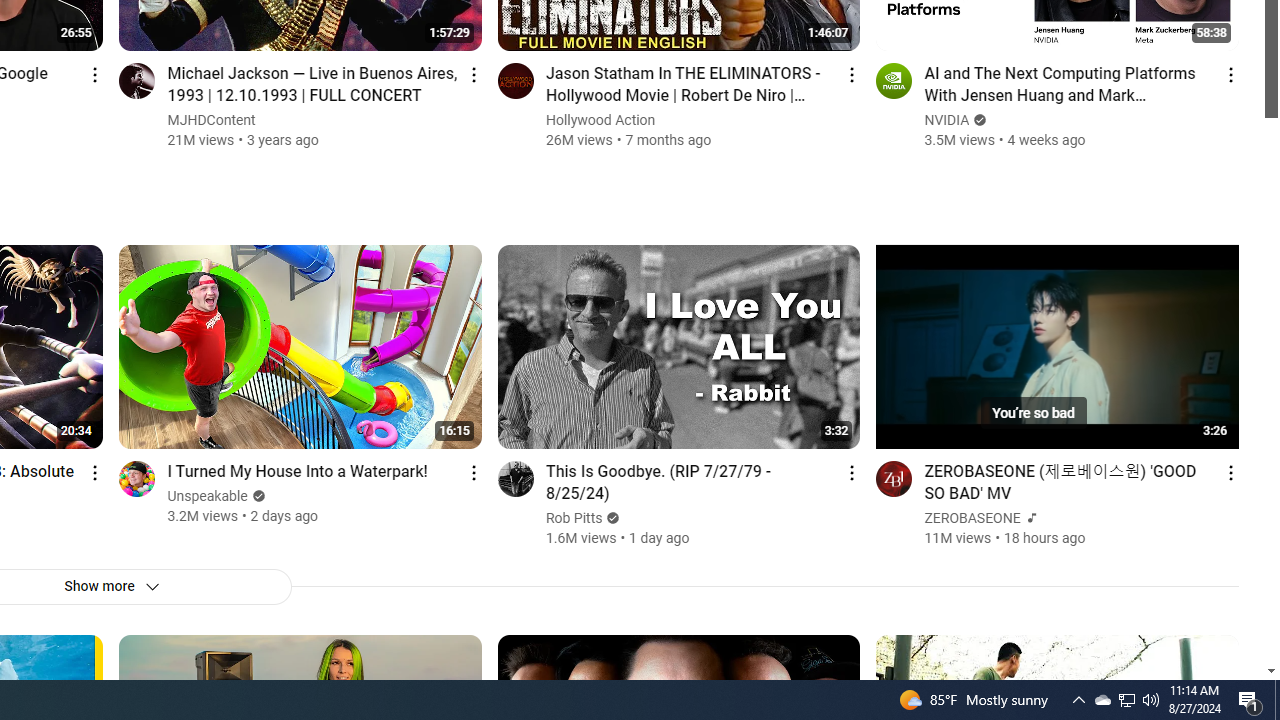 This screenshot has height=720, width=1280. I want to click on 'Official Artist Channel', so click(1029, 517).